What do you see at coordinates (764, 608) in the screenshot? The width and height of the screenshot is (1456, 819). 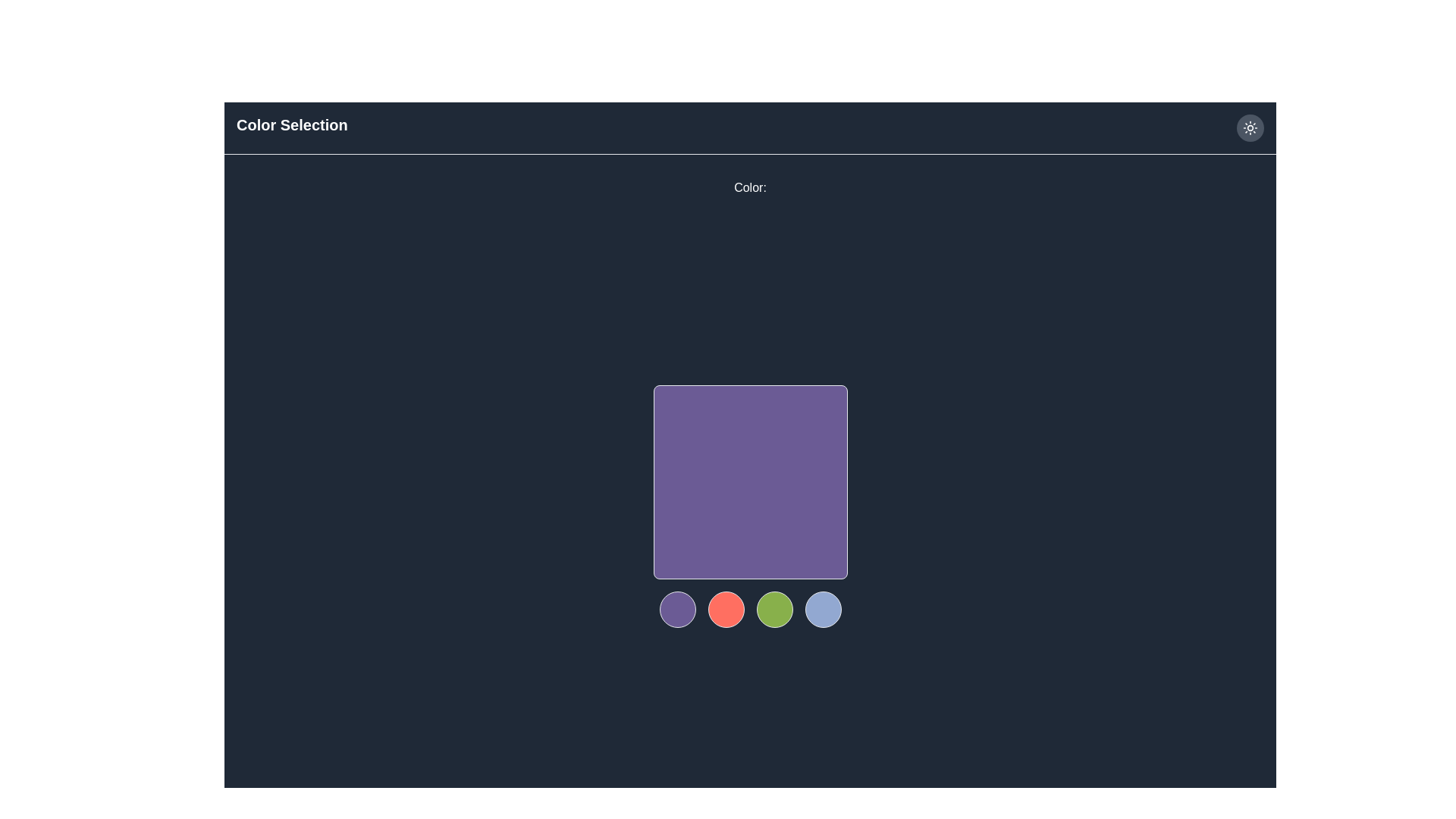 I see `the green circular button, which is the third circle from the left in a sequence of four circular buttons, located below a larger purple square` at bounding box center [764, 608].